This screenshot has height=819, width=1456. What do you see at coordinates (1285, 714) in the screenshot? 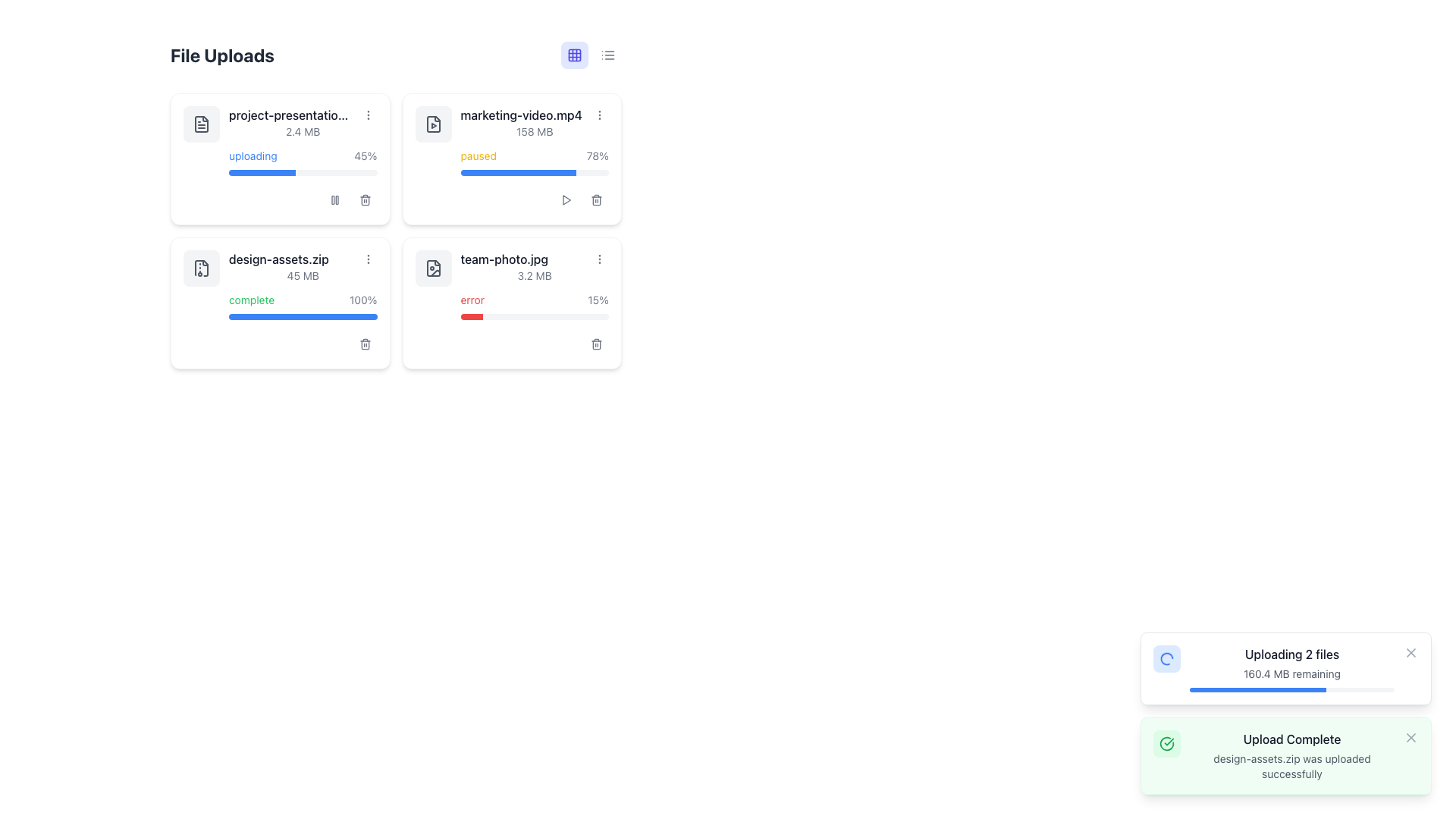
I see `the closure or additional options of the Notification Area displaying 'Upload Complete' with details on successful uploads, positioned in the bottom right corner of the interface` at bounding box center [1285, 714].